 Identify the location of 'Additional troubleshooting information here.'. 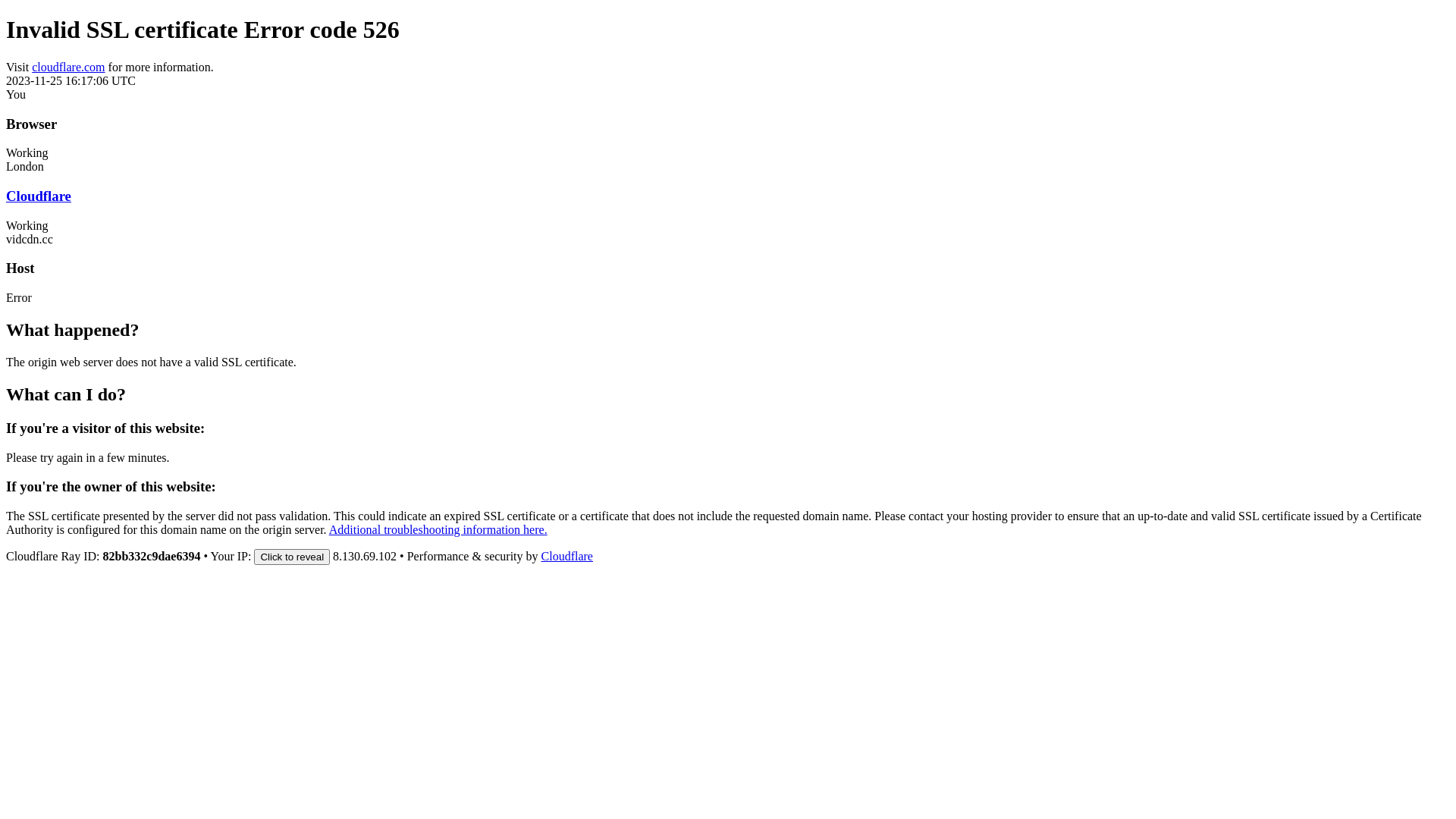
(437, 529).